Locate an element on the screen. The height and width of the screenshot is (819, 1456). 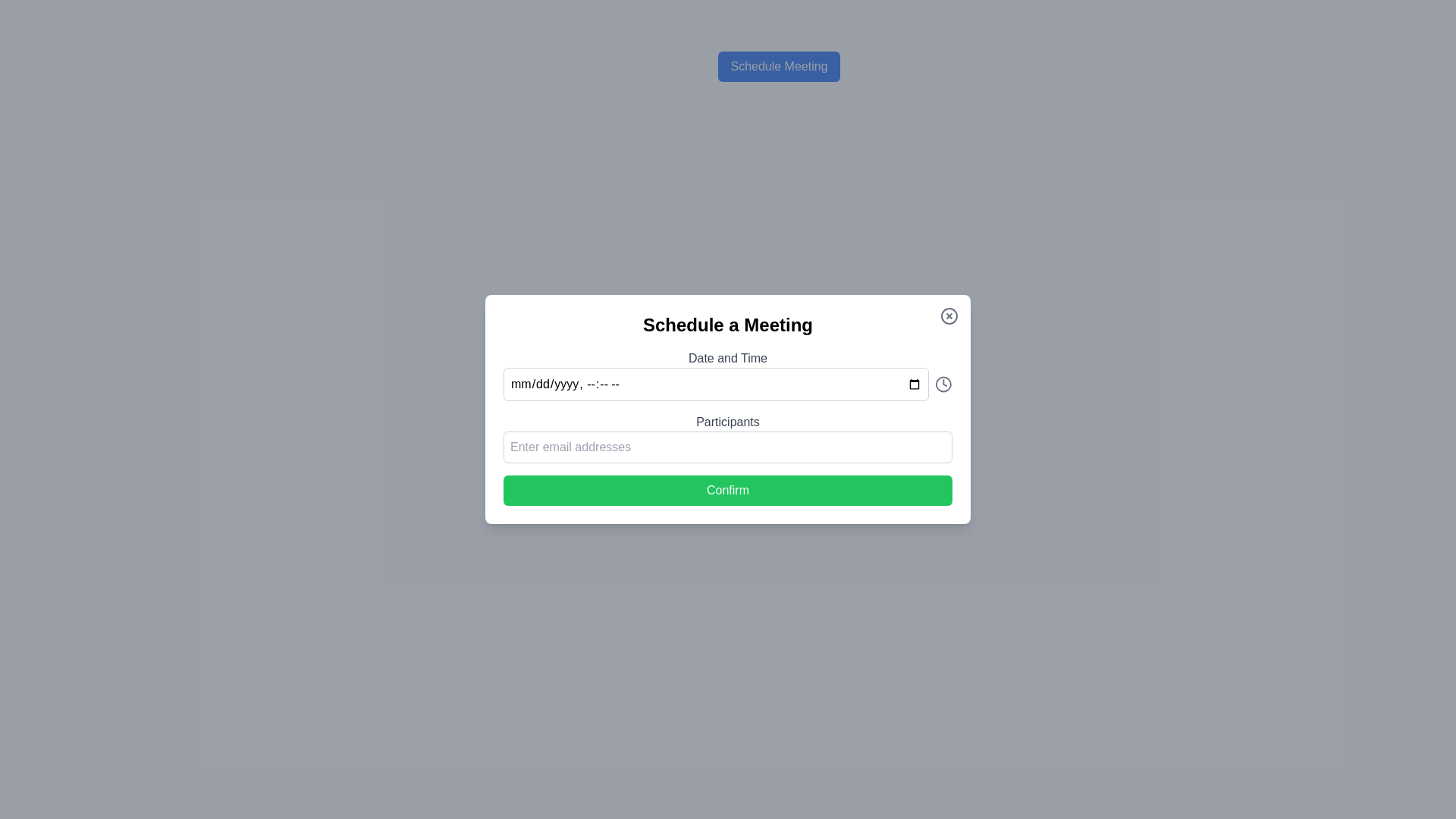
the blue rectangular button labeled 'Schedule Meeting' located near the top of the page above the main content area is located at coordinates (779, 66).